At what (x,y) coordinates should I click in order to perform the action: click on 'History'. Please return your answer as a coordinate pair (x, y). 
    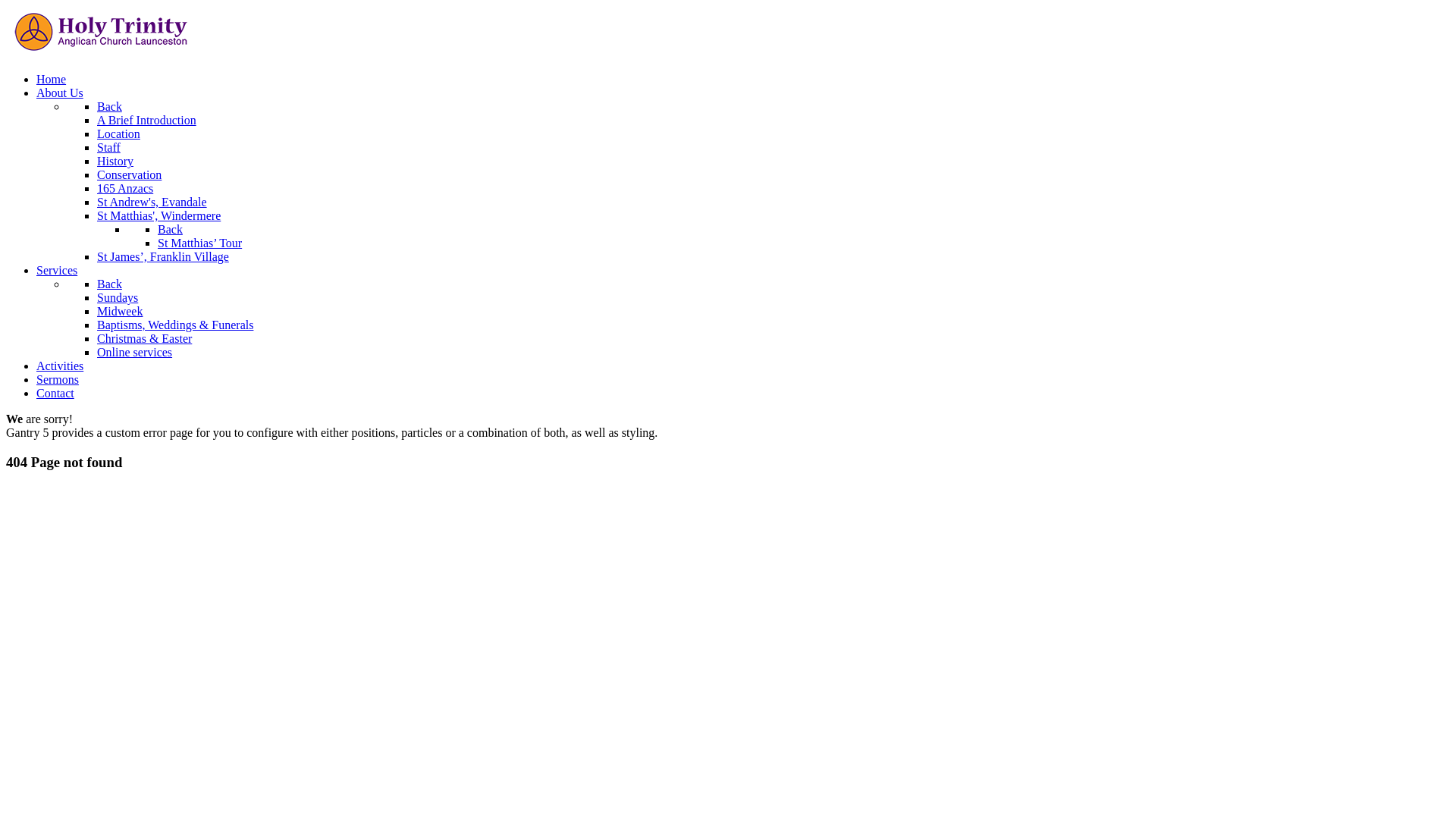
    Looking at the image, I should click on (115, 161).